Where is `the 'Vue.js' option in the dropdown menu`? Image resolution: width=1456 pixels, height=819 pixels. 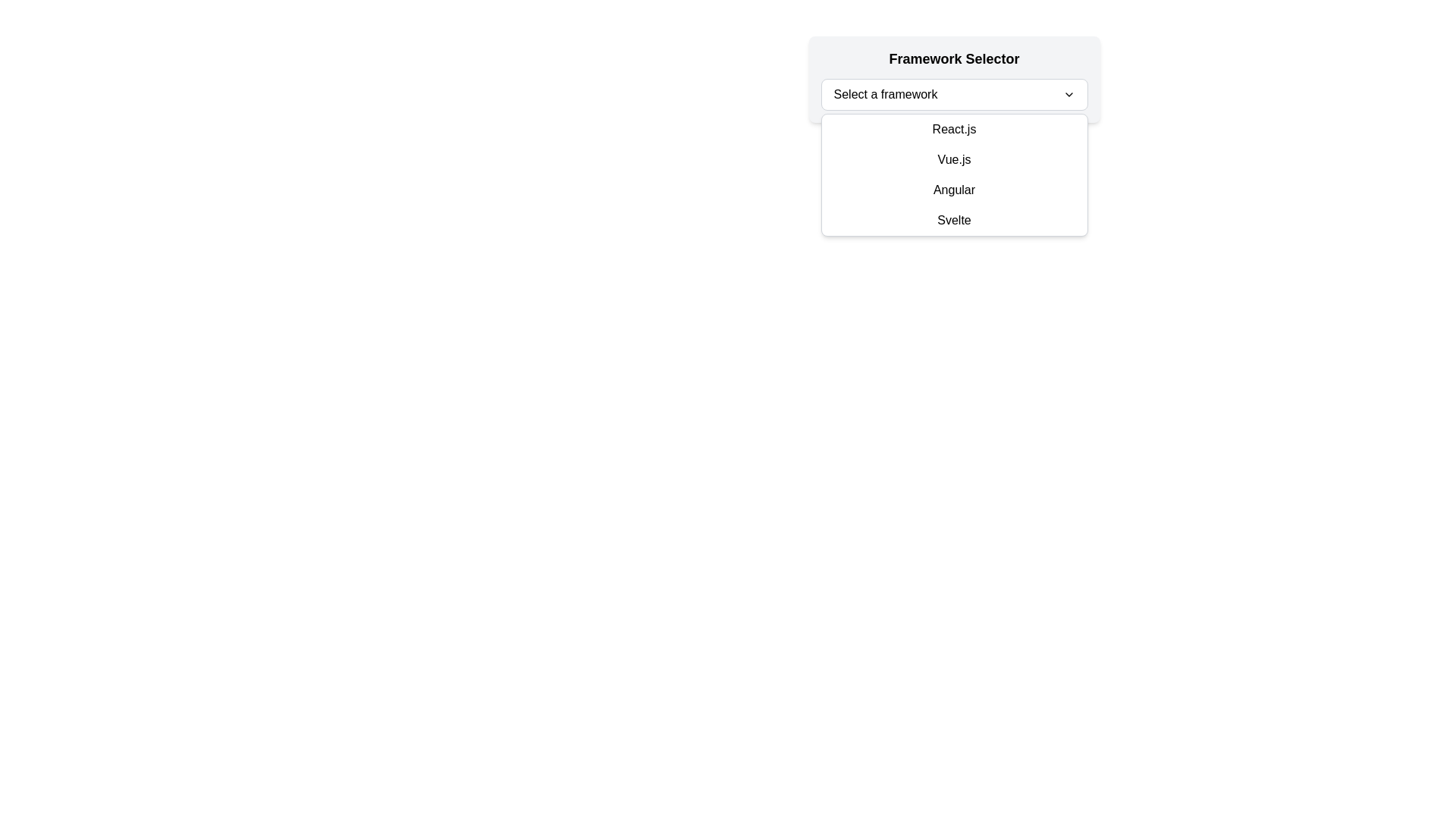 the 'Vue.js' option in the dropdown menu is located at coordinates (953, 160).